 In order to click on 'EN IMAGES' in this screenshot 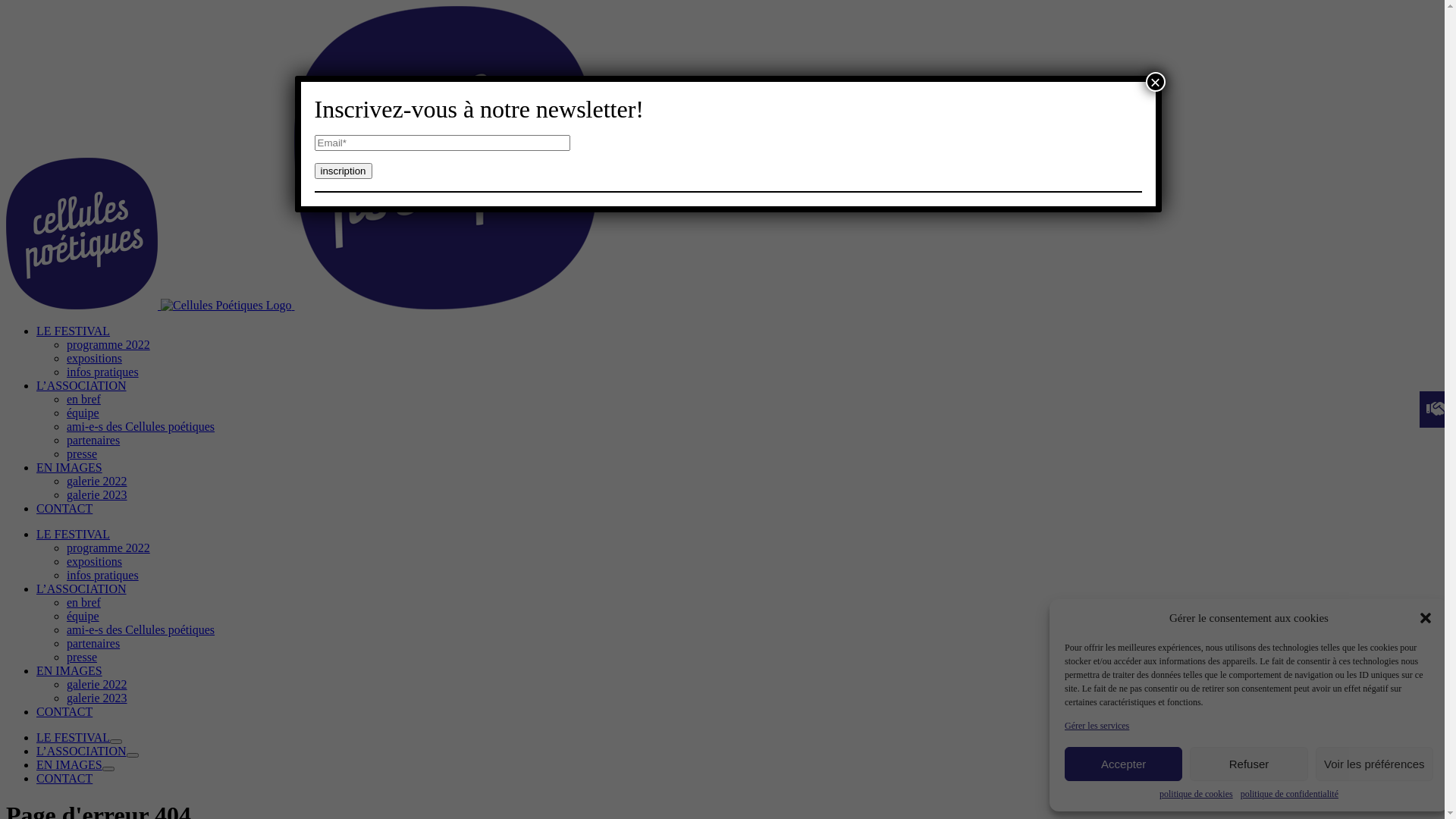, I will do `click(68, 764)`.